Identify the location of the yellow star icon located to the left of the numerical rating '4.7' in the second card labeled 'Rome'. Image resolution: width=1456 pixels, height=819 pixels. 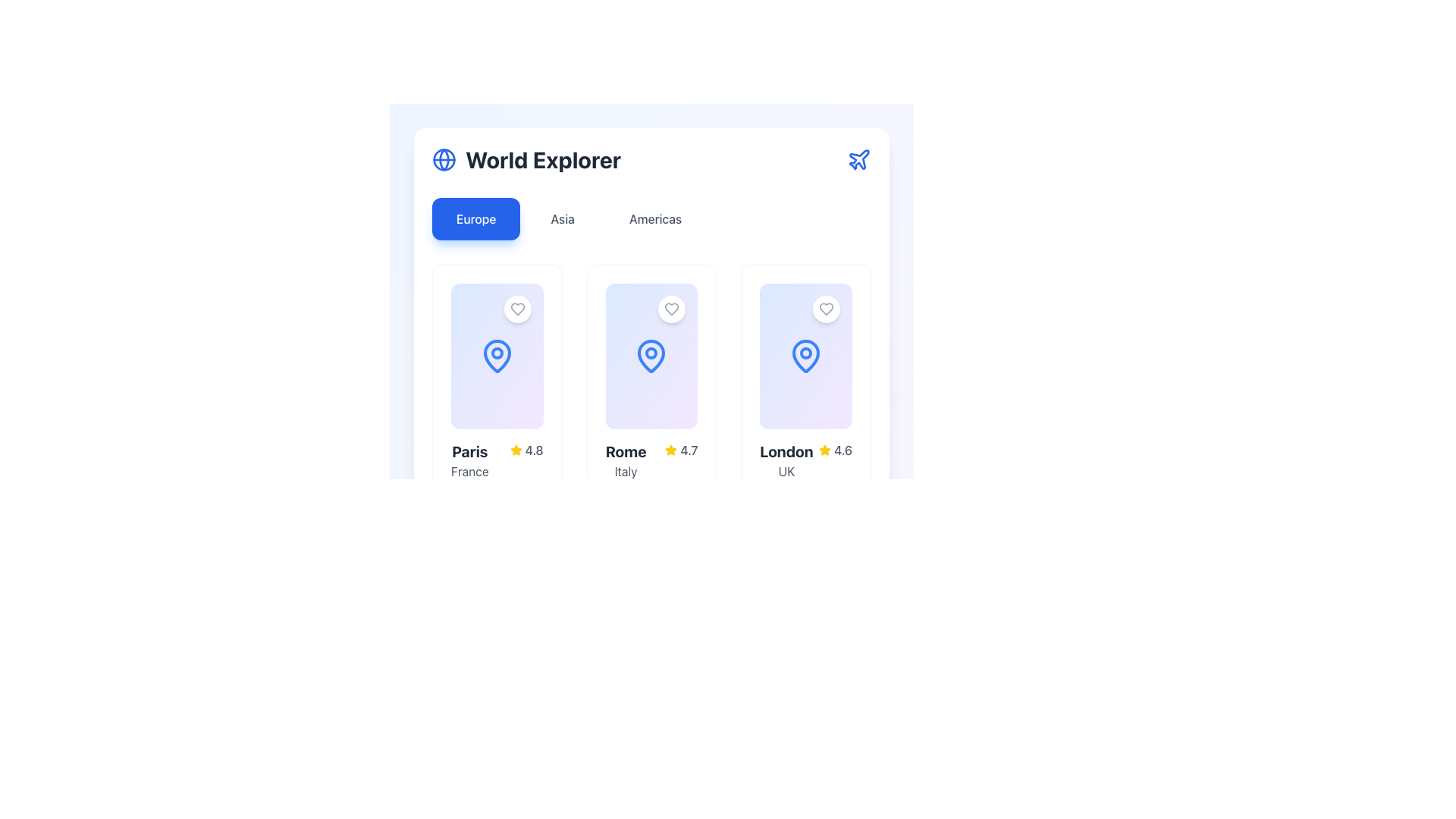
(670, 450).